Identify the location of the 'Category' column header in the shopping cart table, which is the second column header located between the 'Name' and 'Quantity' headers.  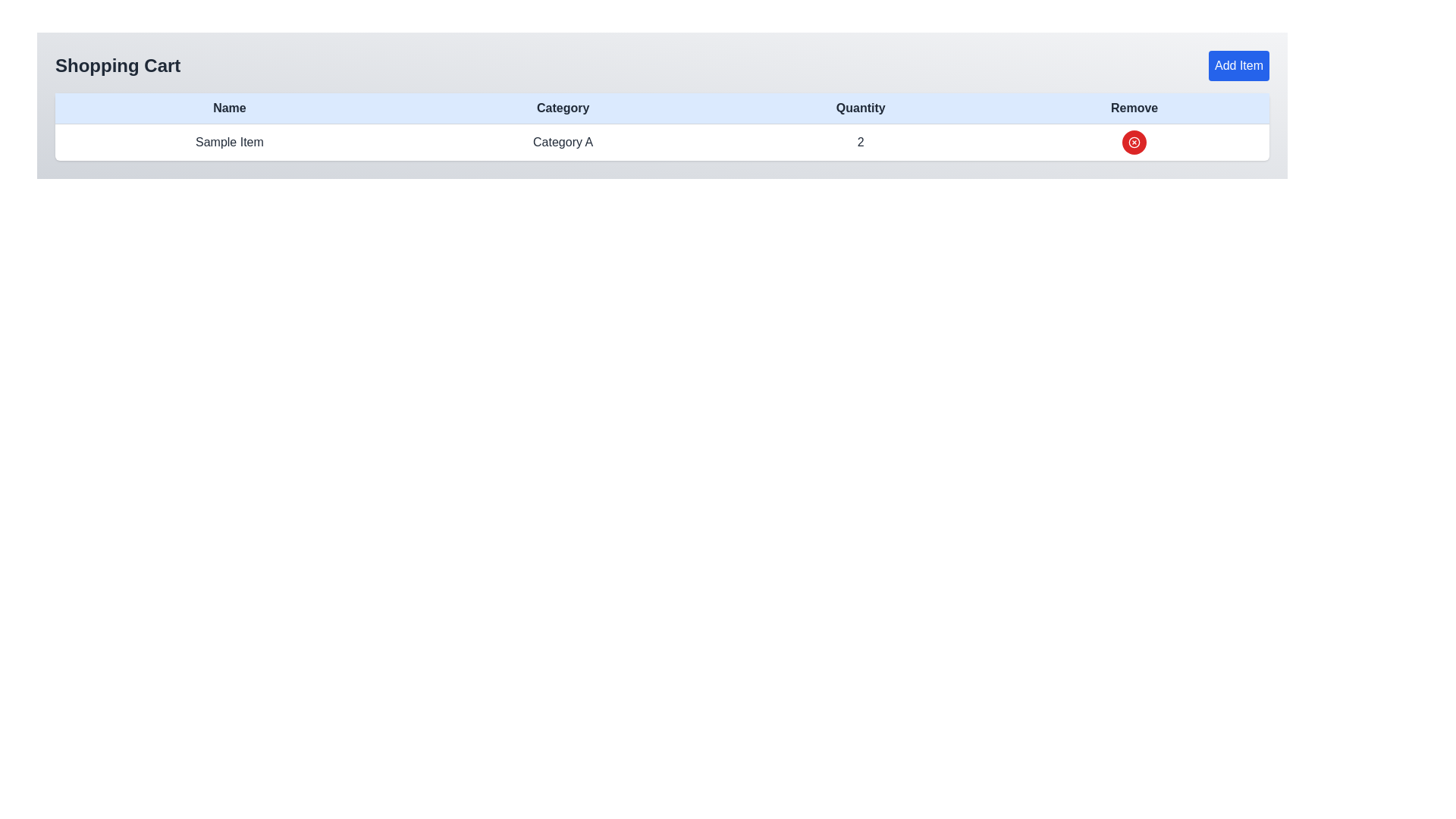
(562, 108).